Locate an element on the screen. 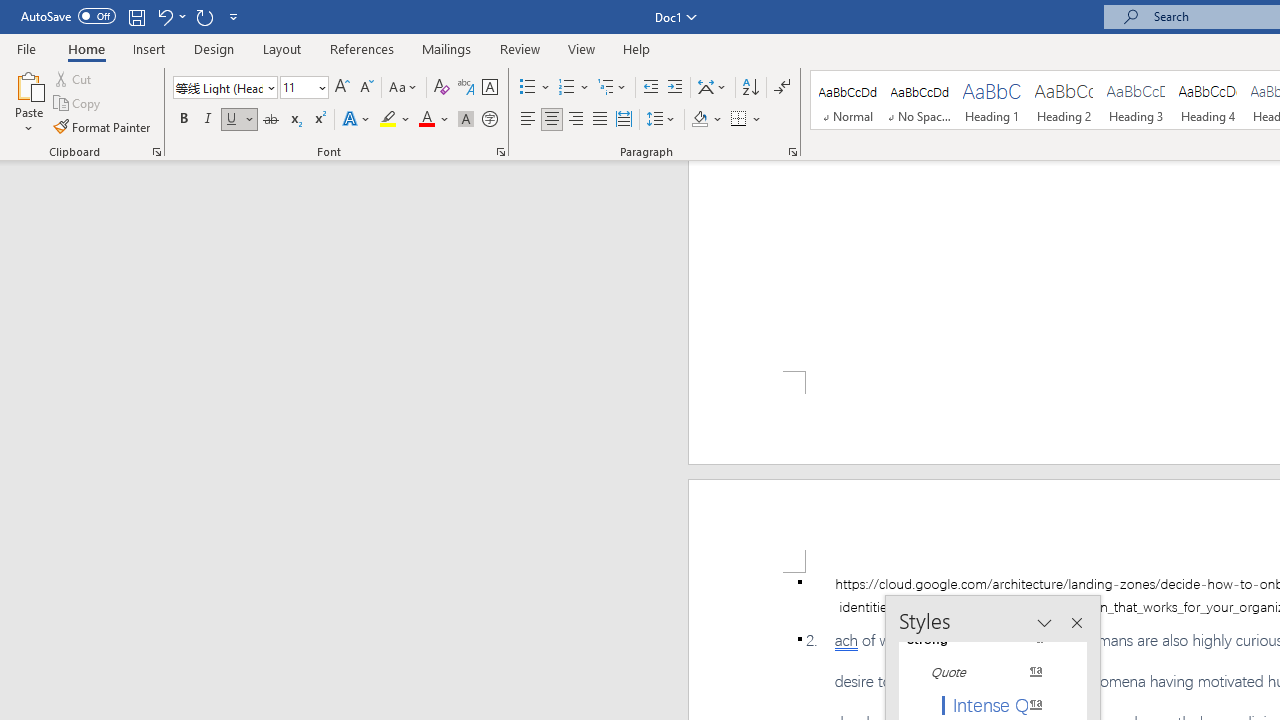 Image resolution: width=1280 pixels, height=720 pixels. 'Heading 2' is located at coordinates (1062, 100).